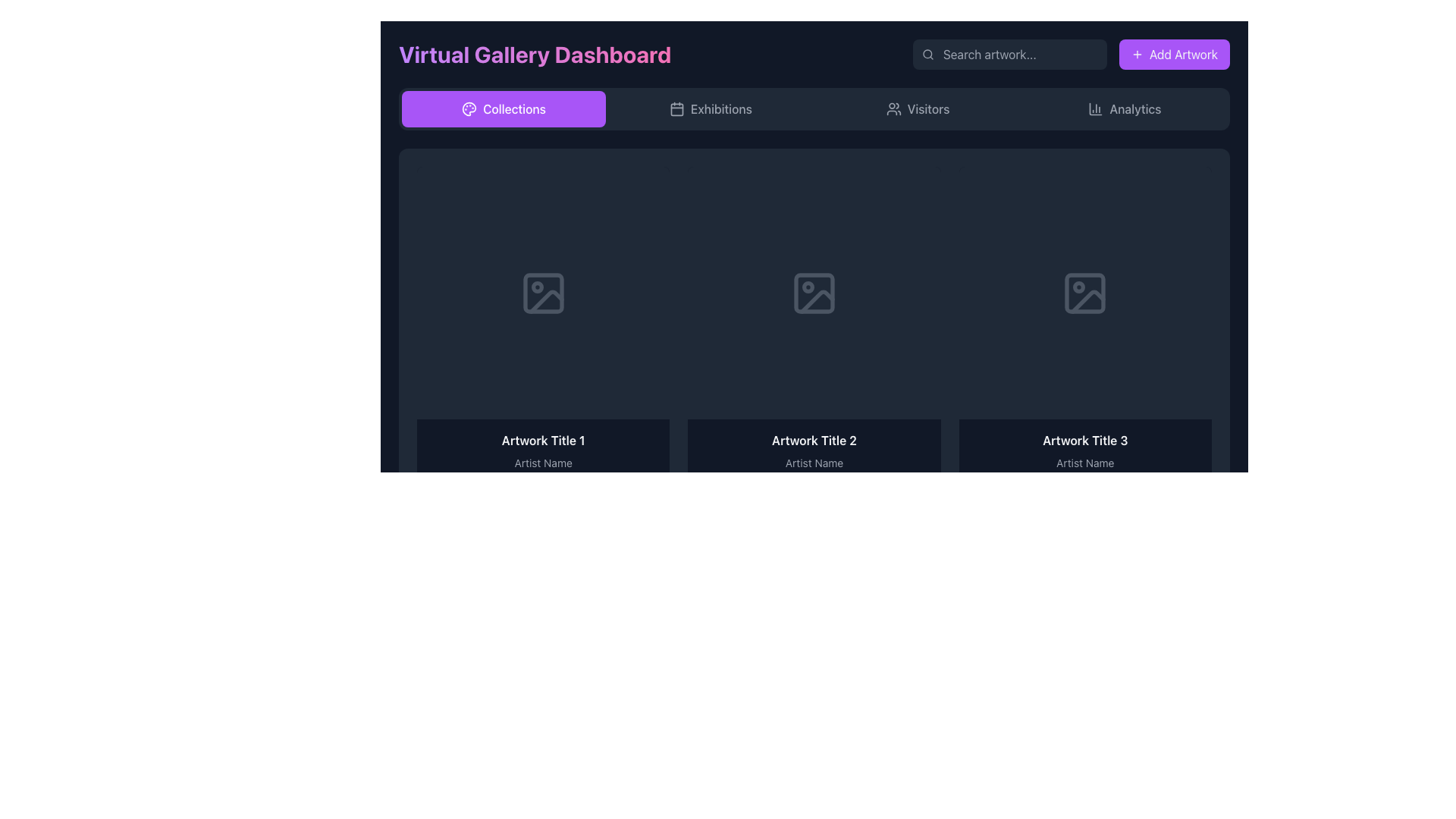 The height and width of the screenshot is (819, 1456). Describe the element at coordinates (710, 108) in the screenshot. I see `the 'Exhibitions' navigation button with a calendar icon` at that location.